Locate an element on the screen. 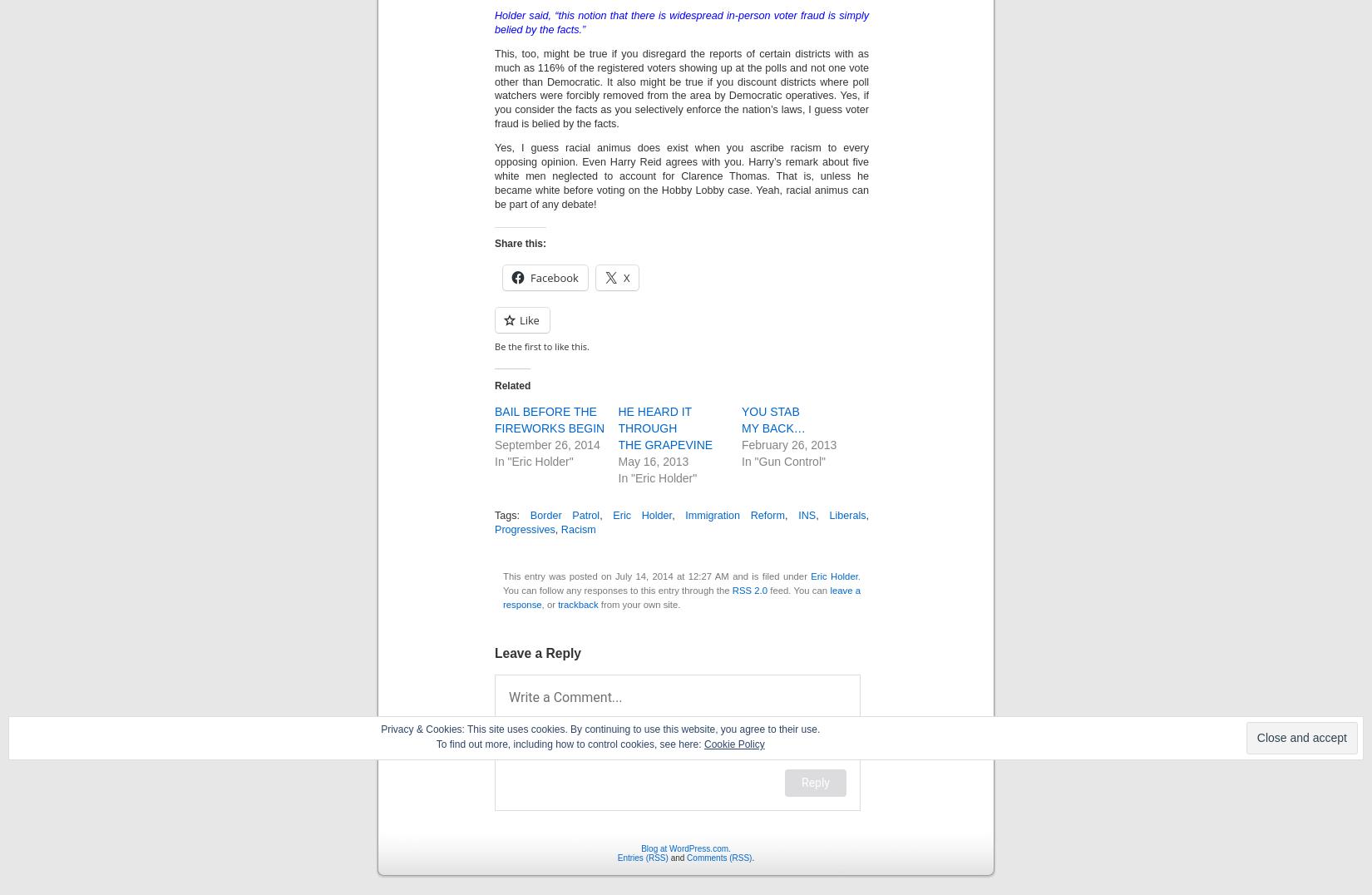 Image resolution: width=1372 pixels, height=895 pixels. '.						You can follow any responses to this entry through the' is located at coordinates (681, 583).